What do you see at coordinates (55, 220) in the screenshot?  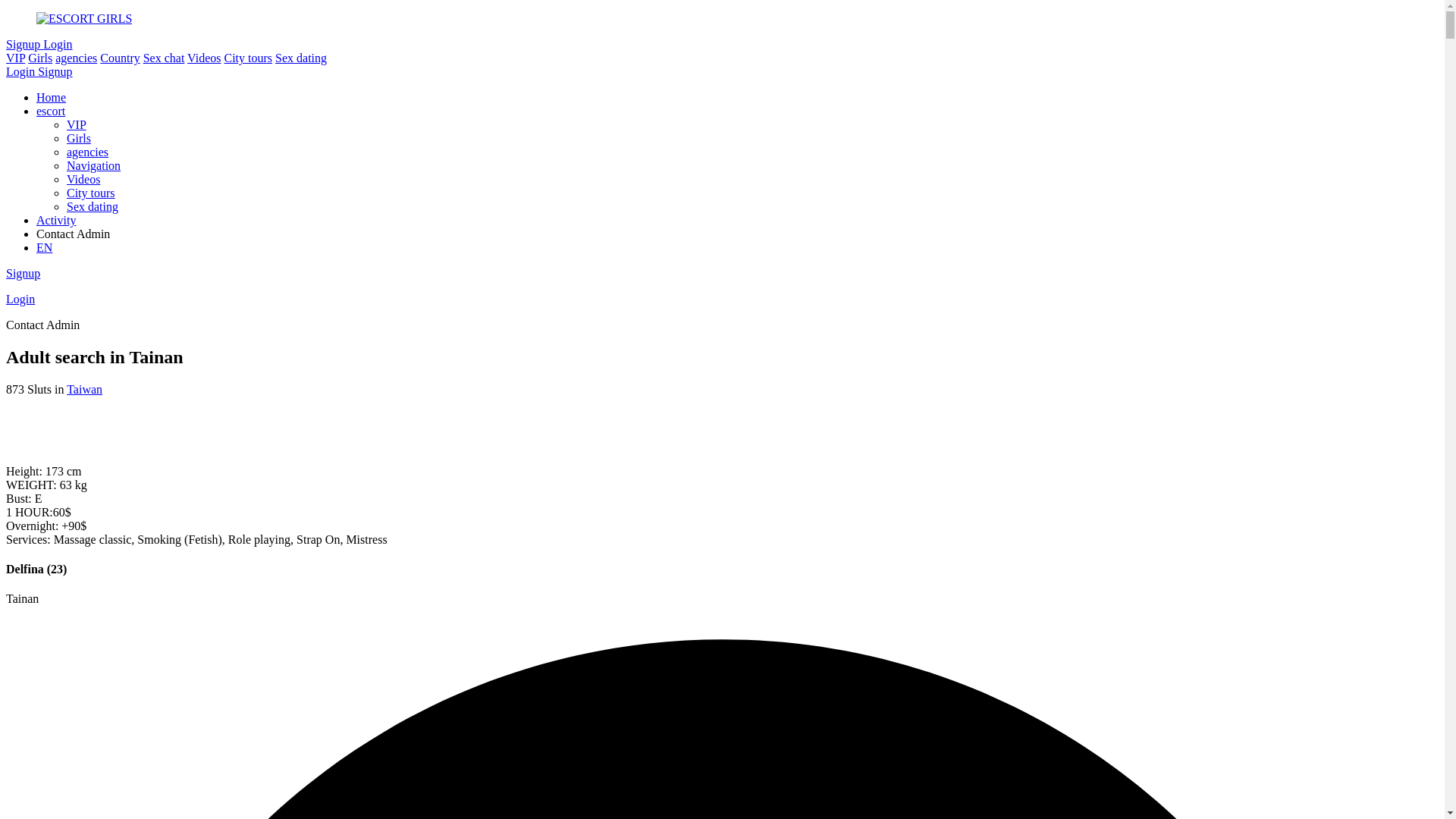 I see `'Activity'` at bounding box center [55, 220].